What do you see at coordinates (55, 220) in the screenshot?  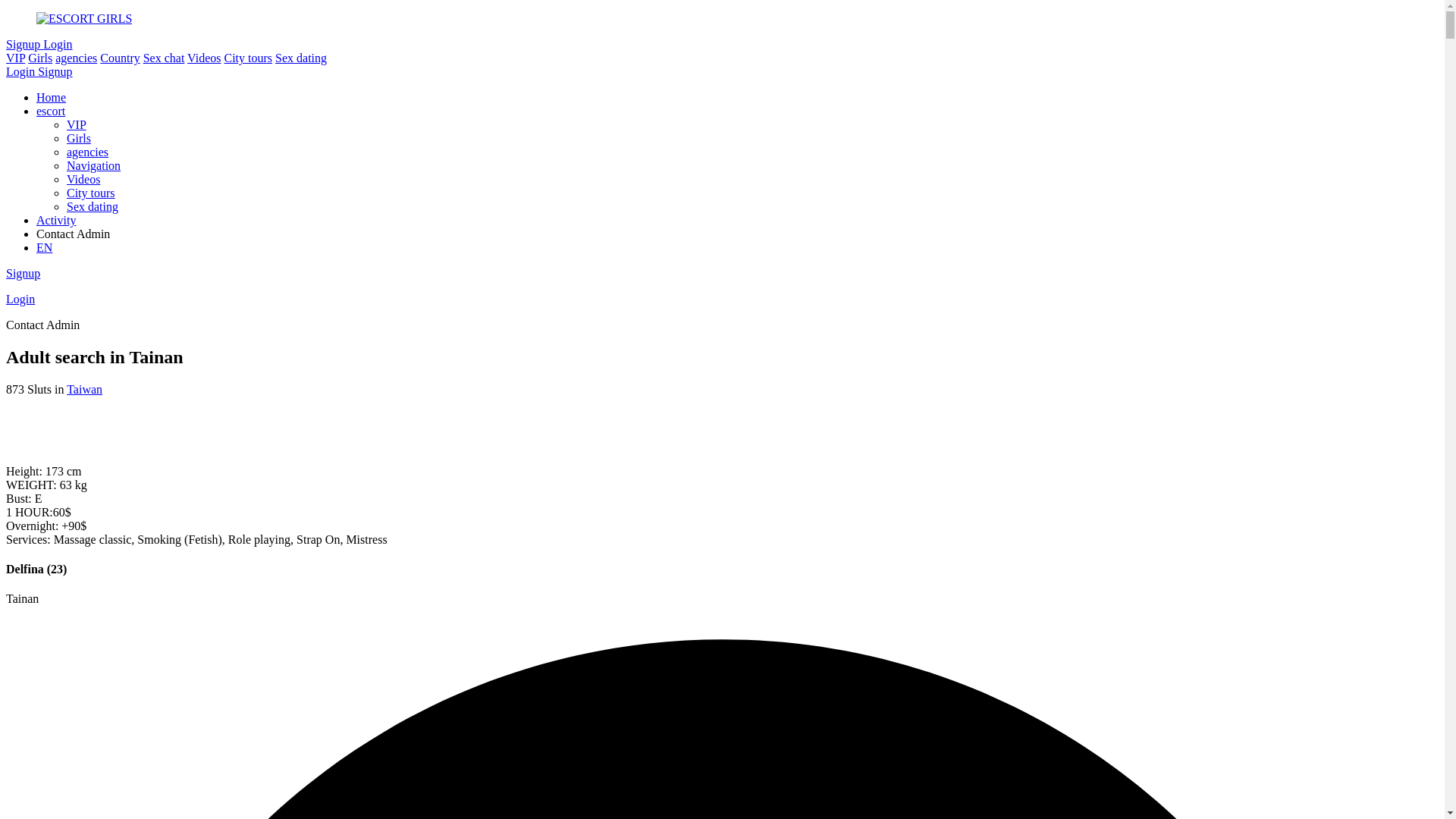 I see `'Activity'` at bounding box center [55, 220].